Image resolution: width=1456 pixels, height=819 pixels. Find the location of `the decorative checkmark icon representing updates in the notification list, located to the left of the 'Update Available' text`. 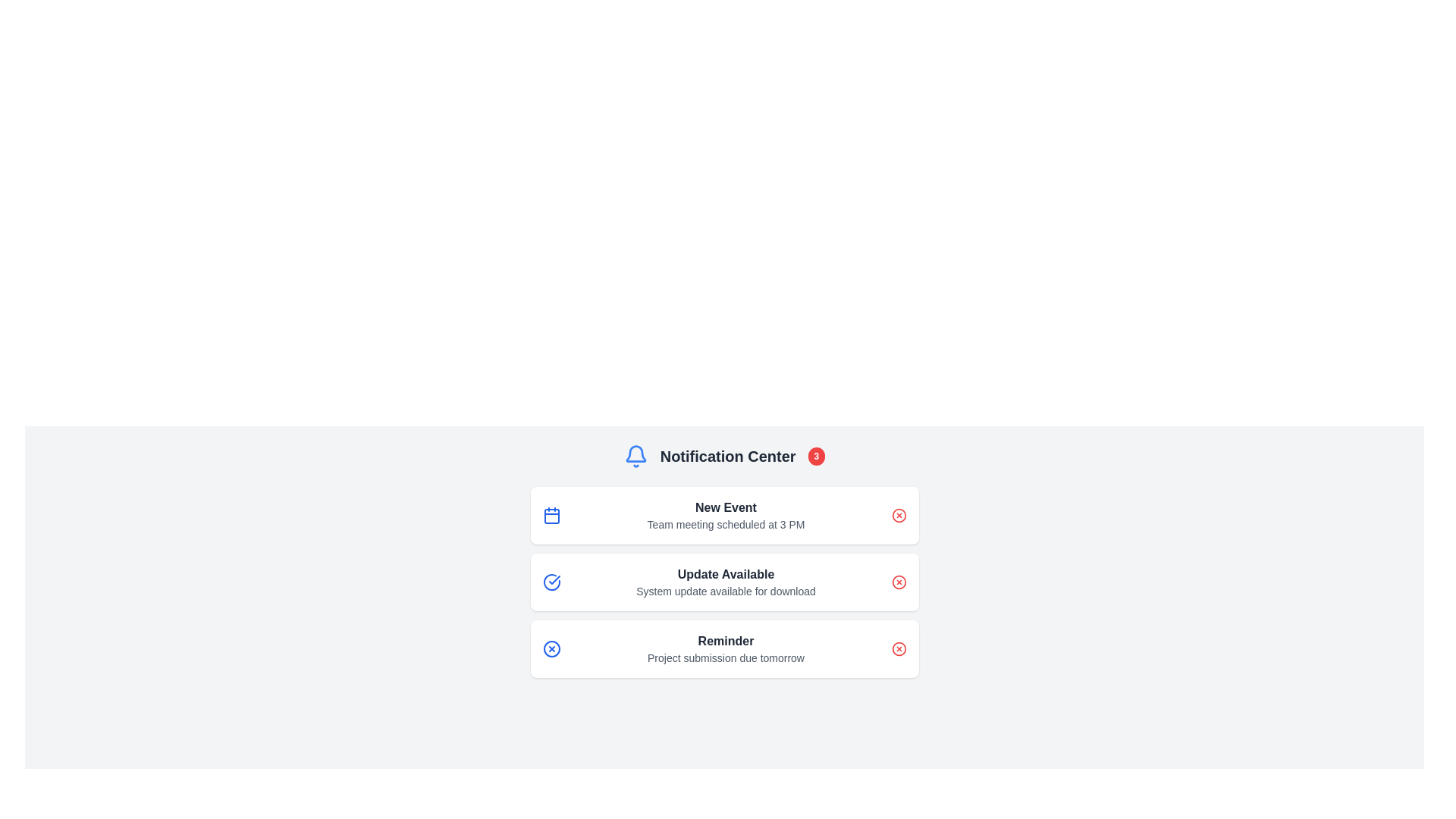

the decorative checkmark icon representing updates in the notification list, located to the left of the 'Update Available' text is located at coordinates (551, 581).